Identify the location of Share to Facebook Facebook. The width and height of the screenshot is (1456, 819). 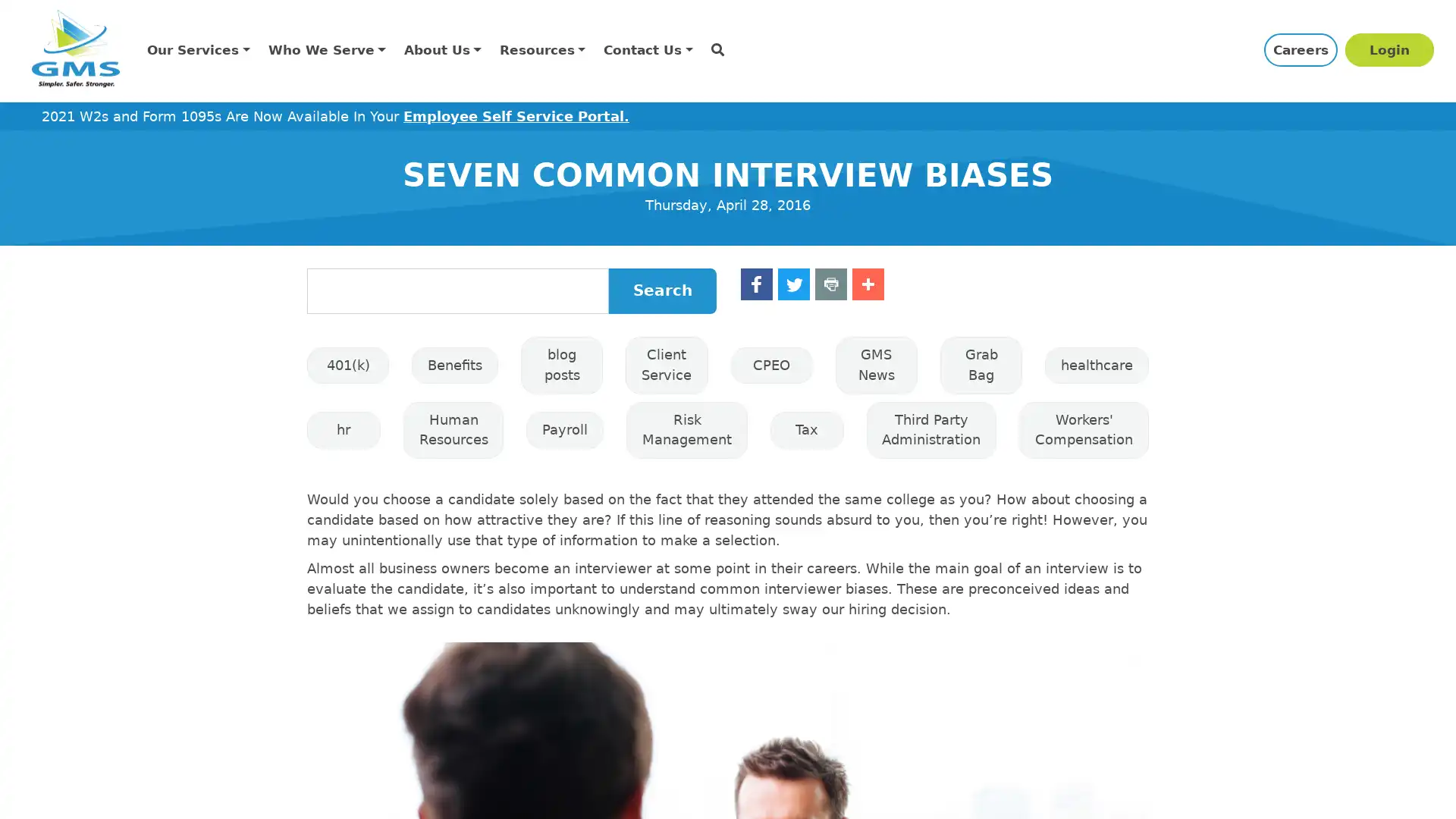
(783, 286).